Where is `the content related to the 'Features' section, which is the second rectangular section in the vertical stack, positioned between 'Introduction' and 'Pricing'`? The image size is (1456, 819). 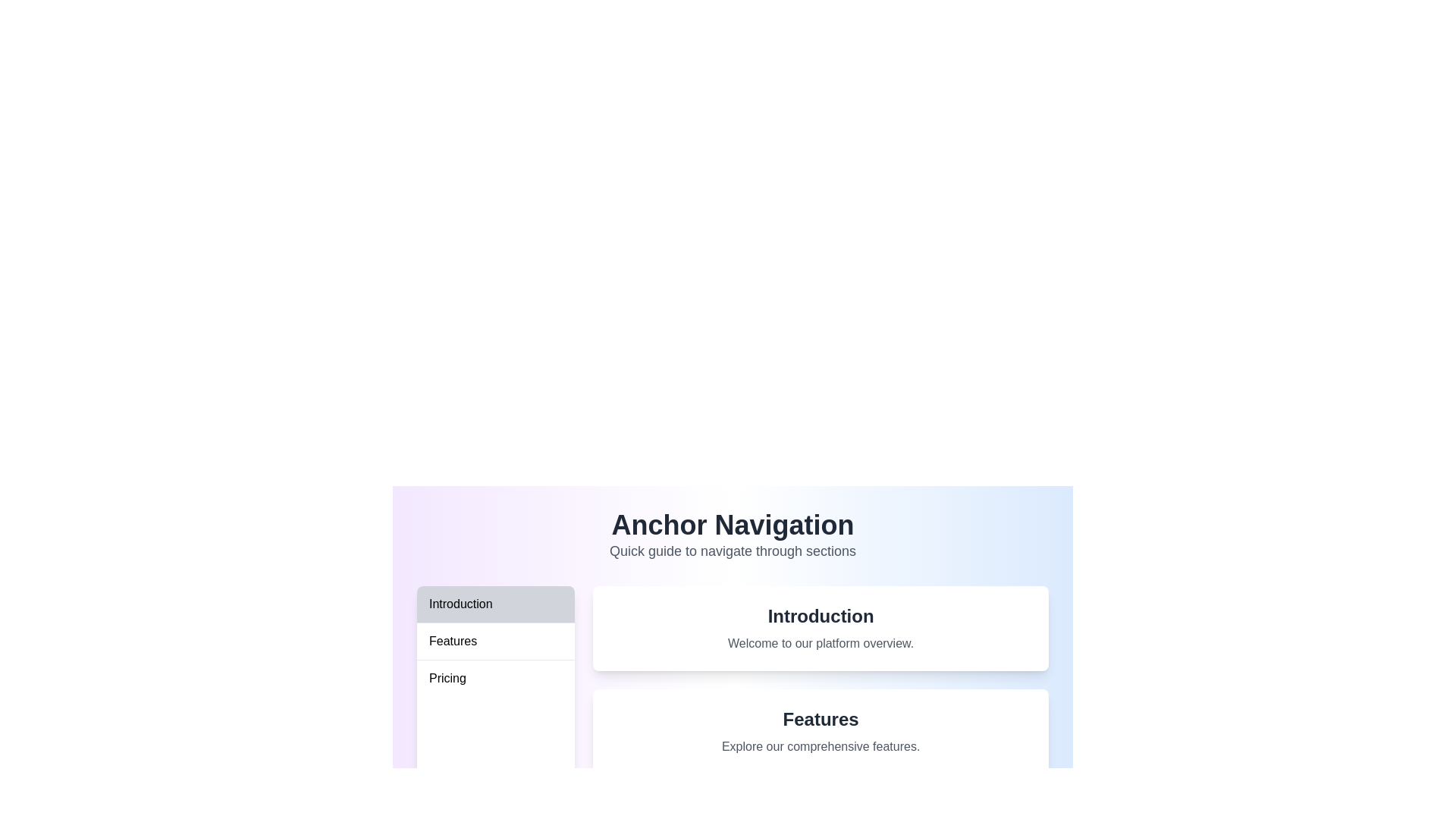 the content related to the 'Features' section, which is the second rectangular section in the vertical stack, positioned between 'Introduction' and 'Pricing' is located at coordinates (820, 730).